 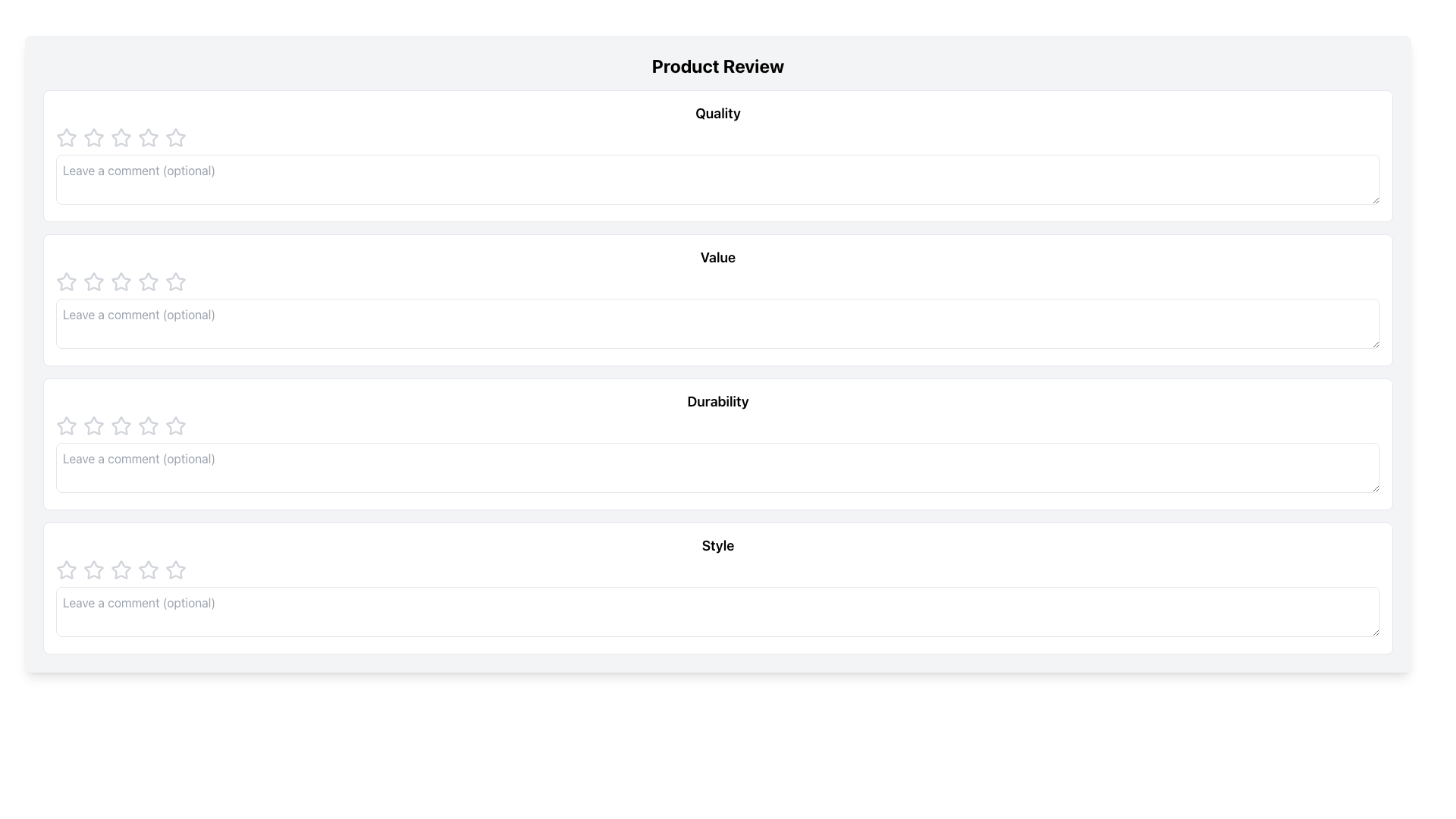 I want to click on the fourth star icon in the rating system, so click(x=120, y=570).